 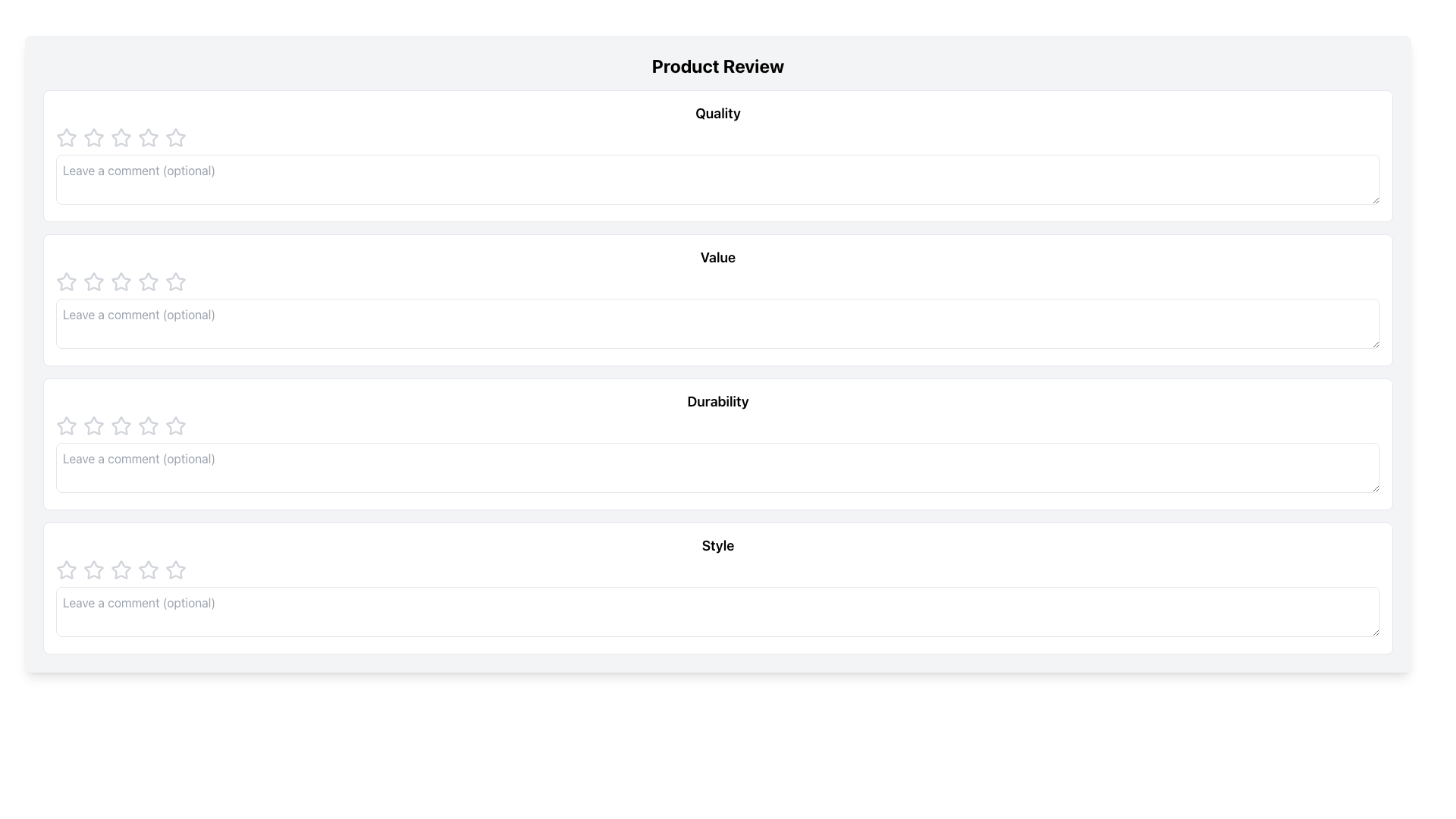 I want to click on the fourth star icon in the rating system, so click(x=120, y=570).